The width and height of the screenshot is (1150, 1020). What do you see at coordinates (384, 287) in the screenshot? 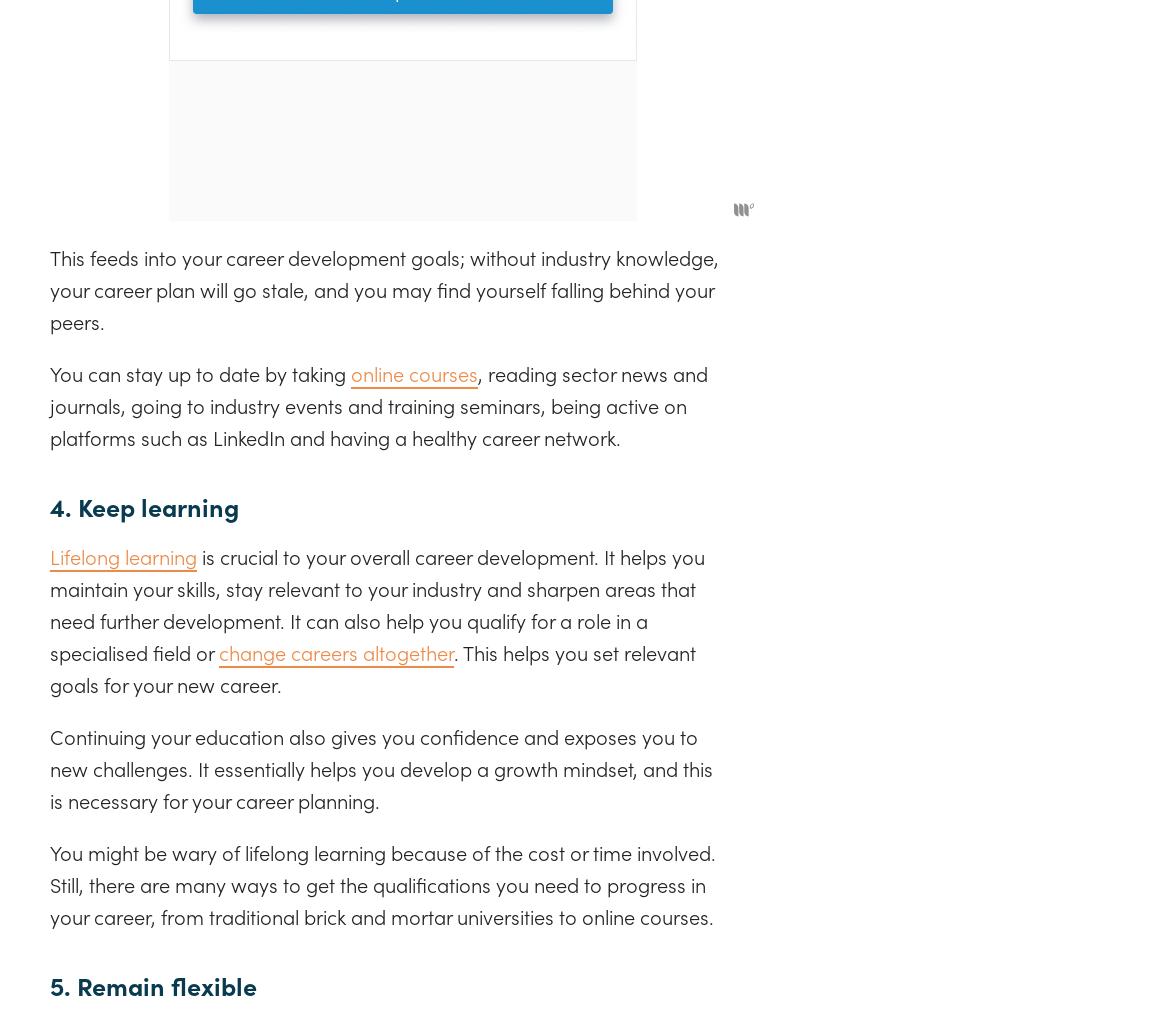
I see `'This feeds into your career development goals; without industry knowledge, your career plan will go stale, and you may find yourself falling behind your peers.'` at bounding box center [384, 287].